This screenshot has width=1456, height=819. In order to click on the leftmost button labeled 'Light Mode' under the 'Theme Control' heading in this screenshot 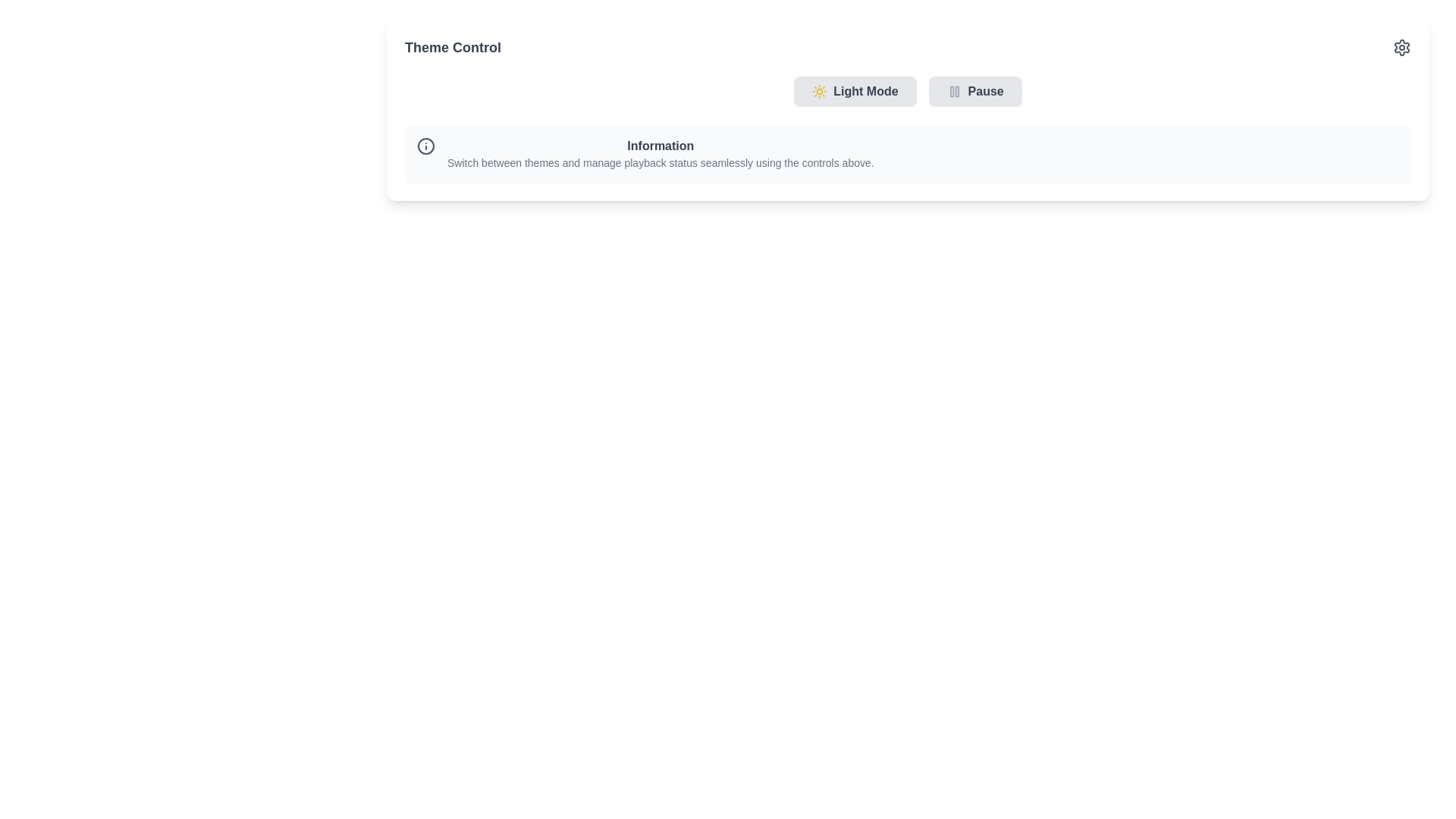, I will do `click(855, 91)`.